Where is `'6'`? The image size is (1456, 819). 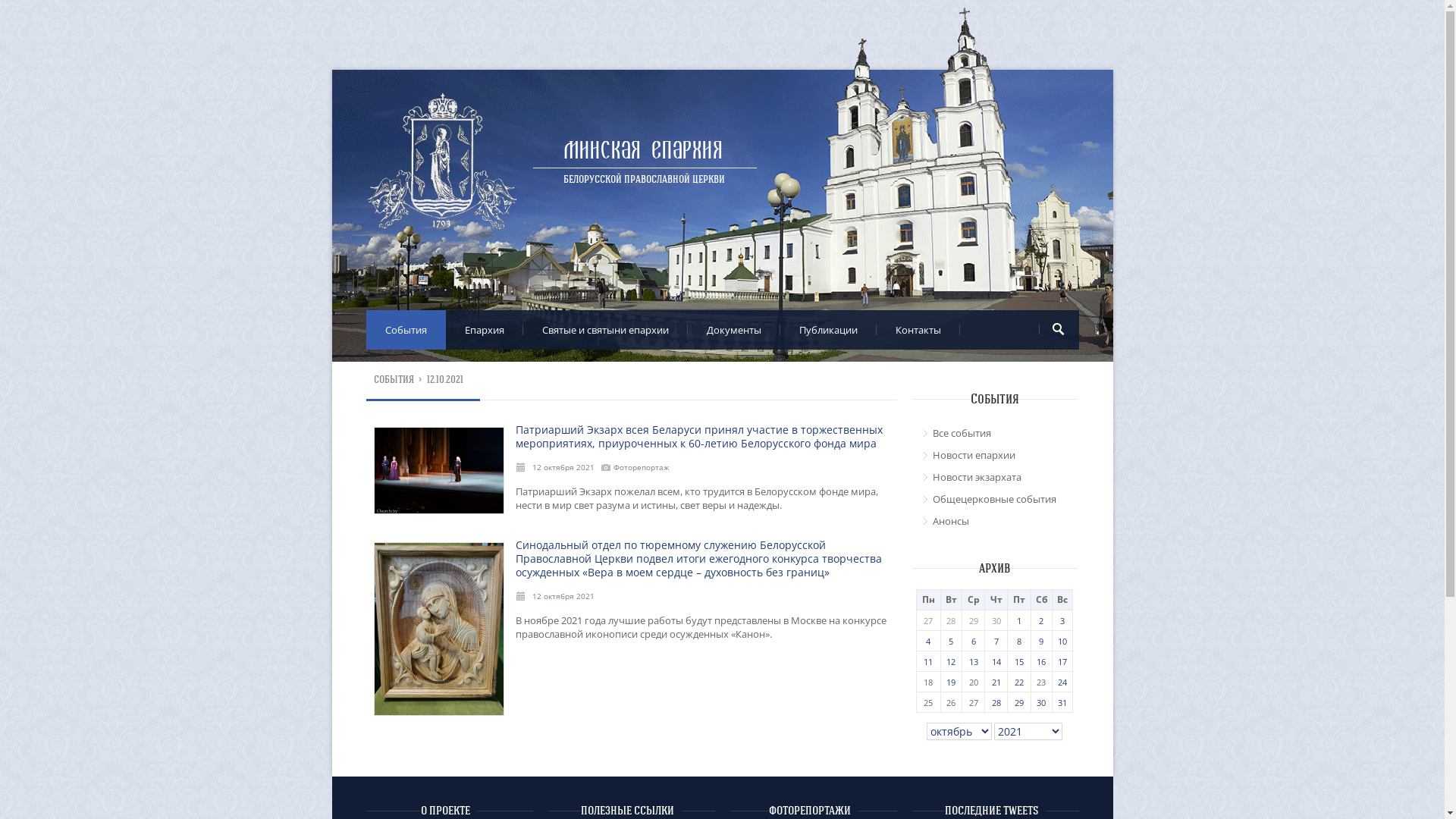
'6' is located at coordinates (973, 641).